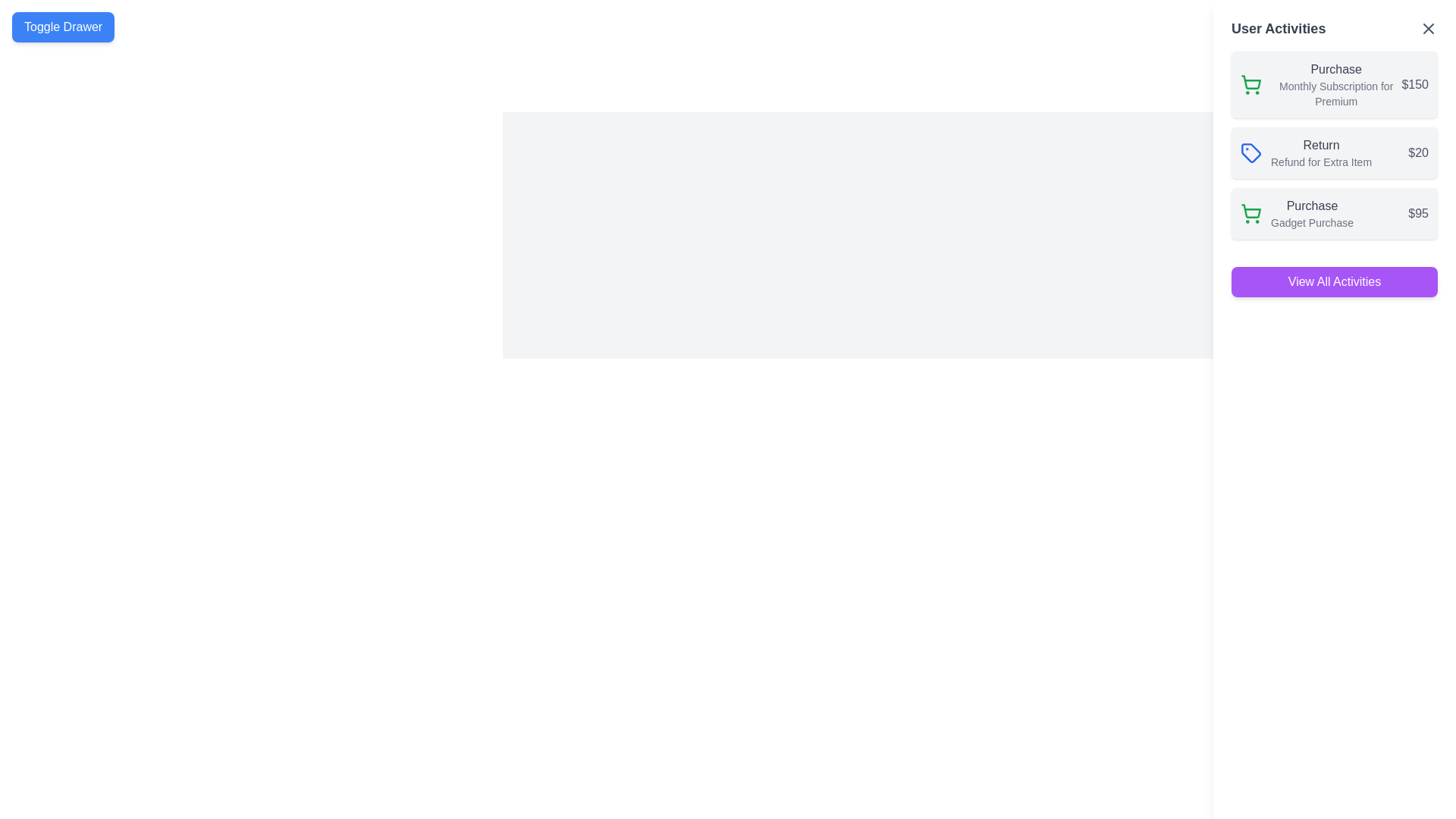  I want to click on the top-left diagonal stroke of the 'X' icon, which is styled in dark color and located in the top-right corner of the 'User Activities' panel header, serving as a close or dismiss button, so click(1427, 29).